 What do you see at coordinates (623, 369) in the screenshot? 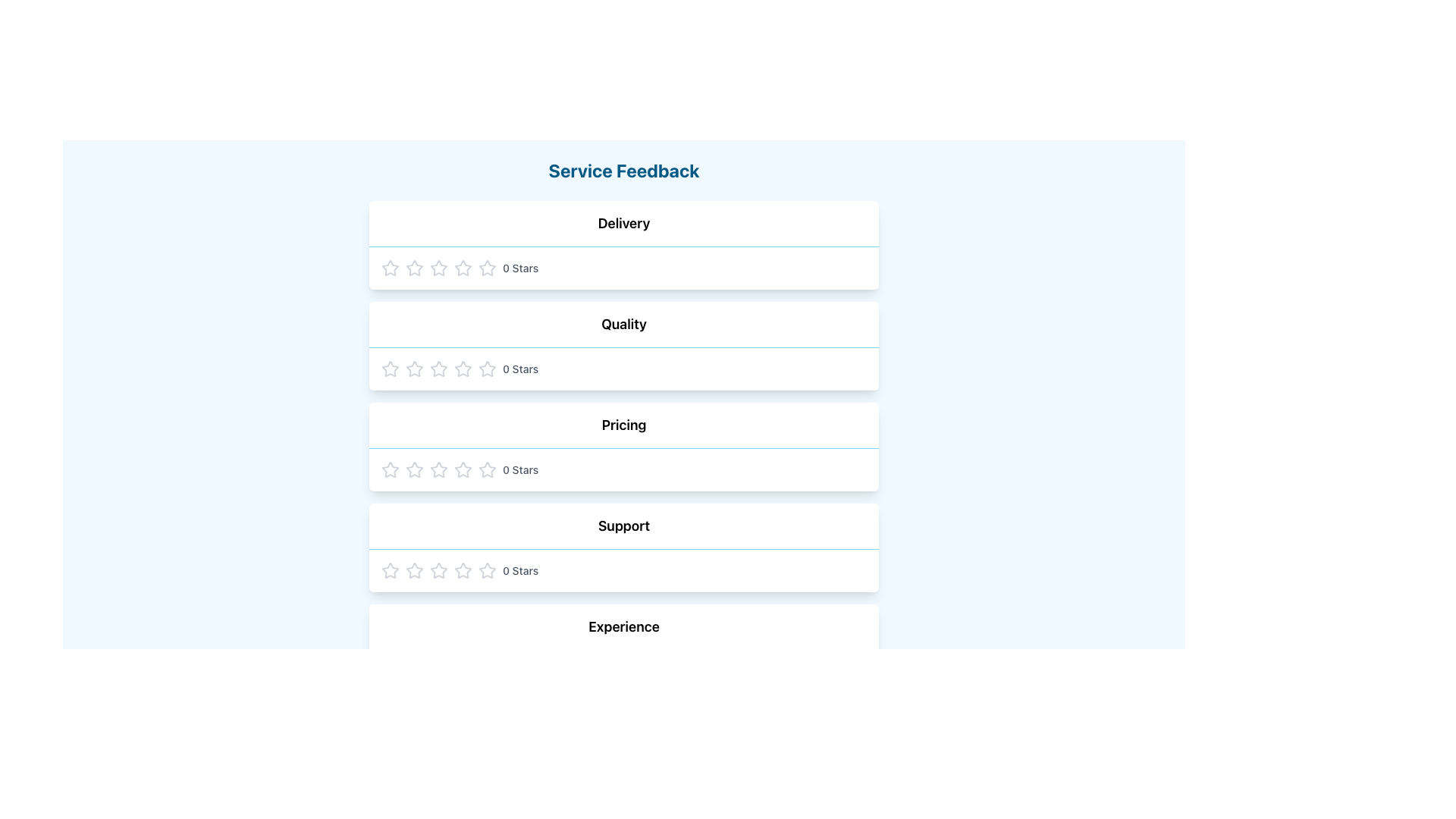
I see `the second rating component under the 'Quality' section` at bounding box center [623, 369].